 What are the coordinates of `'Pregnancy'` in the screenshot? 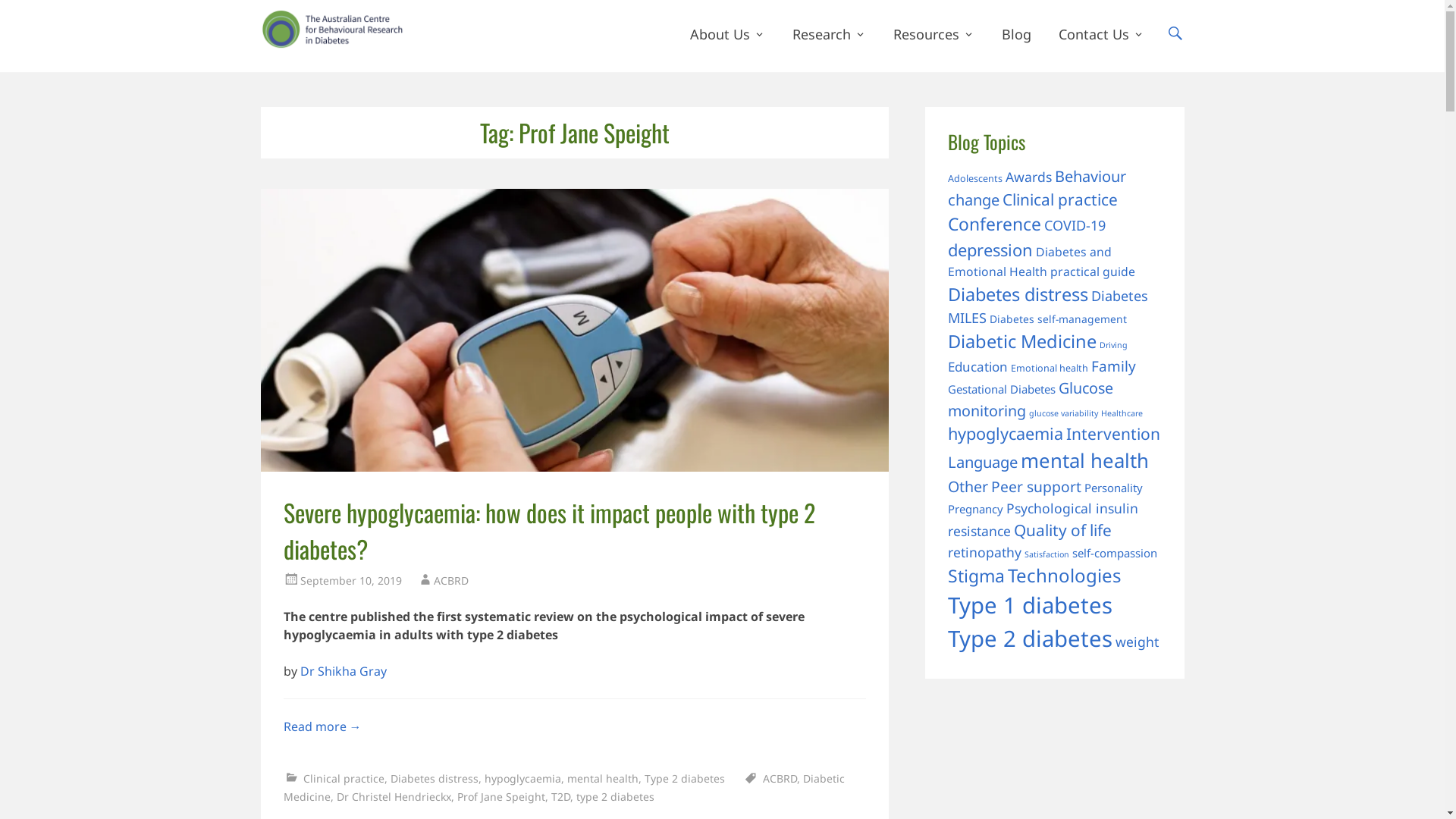 It's located at (975, 509).